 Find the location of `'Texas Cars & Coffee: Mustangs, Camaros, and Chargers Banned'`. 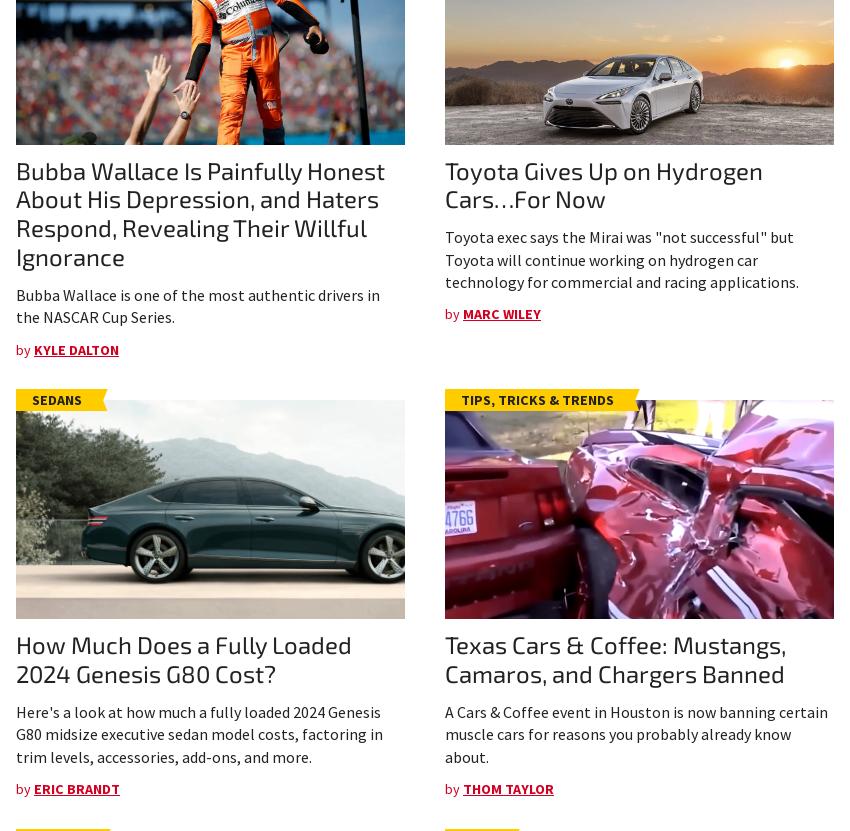

'Texas Cars & Coffee: Mustangs, Camaros, and Chargers Banned' is located at coordinates (614, 658).